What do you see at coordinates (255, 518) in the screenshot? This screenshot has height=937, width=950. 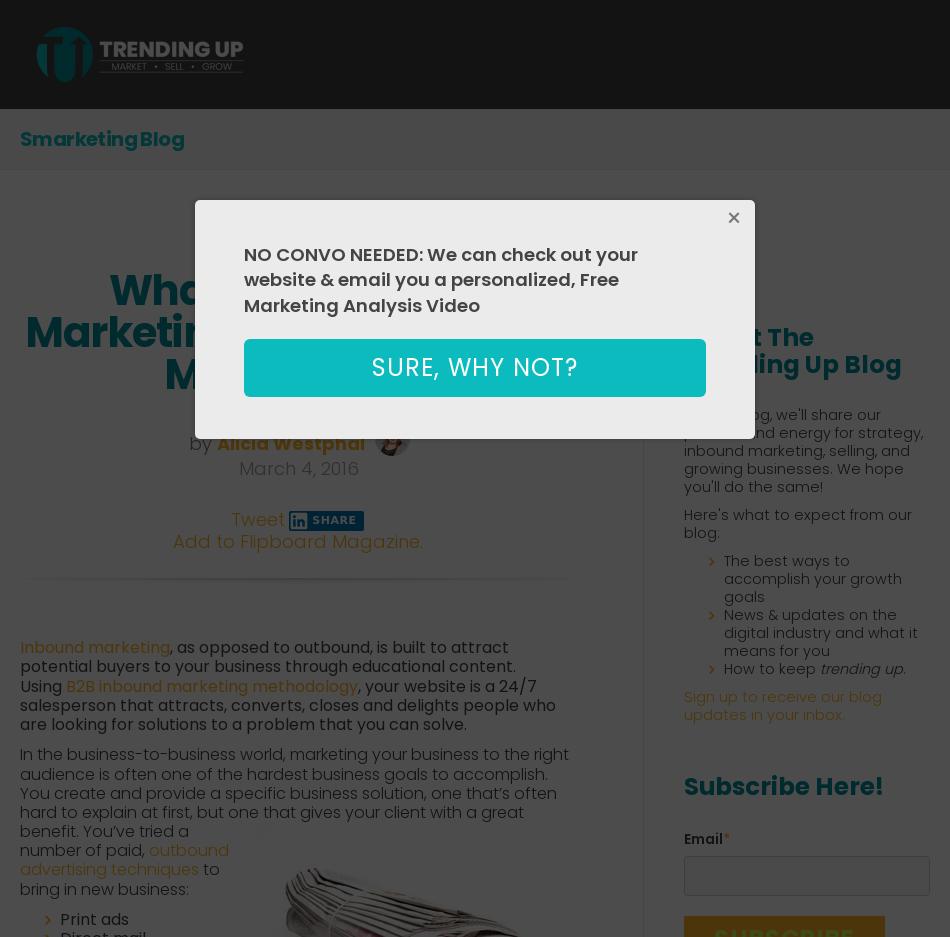 I see `'Tweet'` at bounding box center [255, 518].